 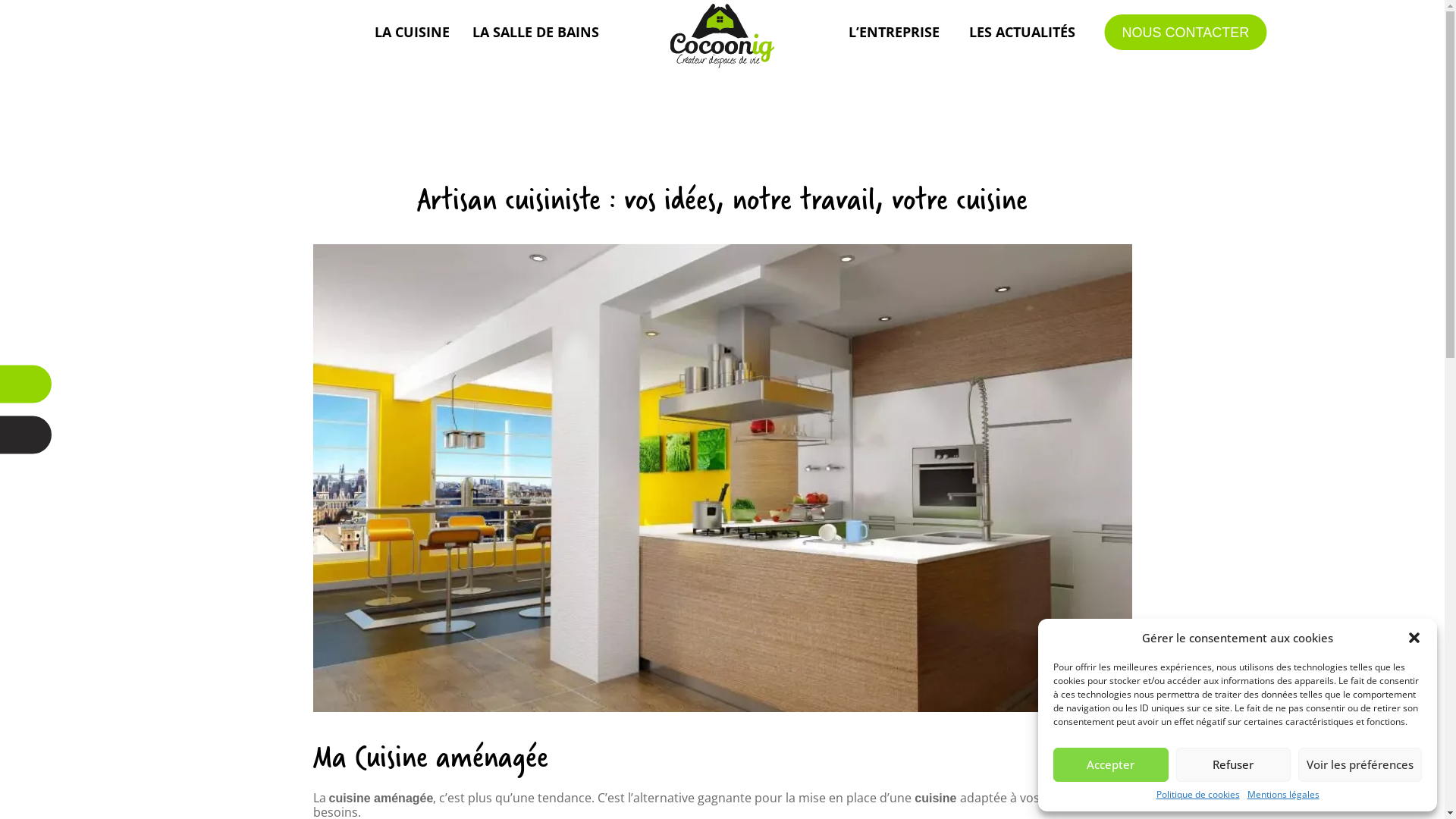 What do you see at coordinates (1197, 794) in the screenshot?
I see `'Politique de cookies'` at bounding box center [1197, 794].